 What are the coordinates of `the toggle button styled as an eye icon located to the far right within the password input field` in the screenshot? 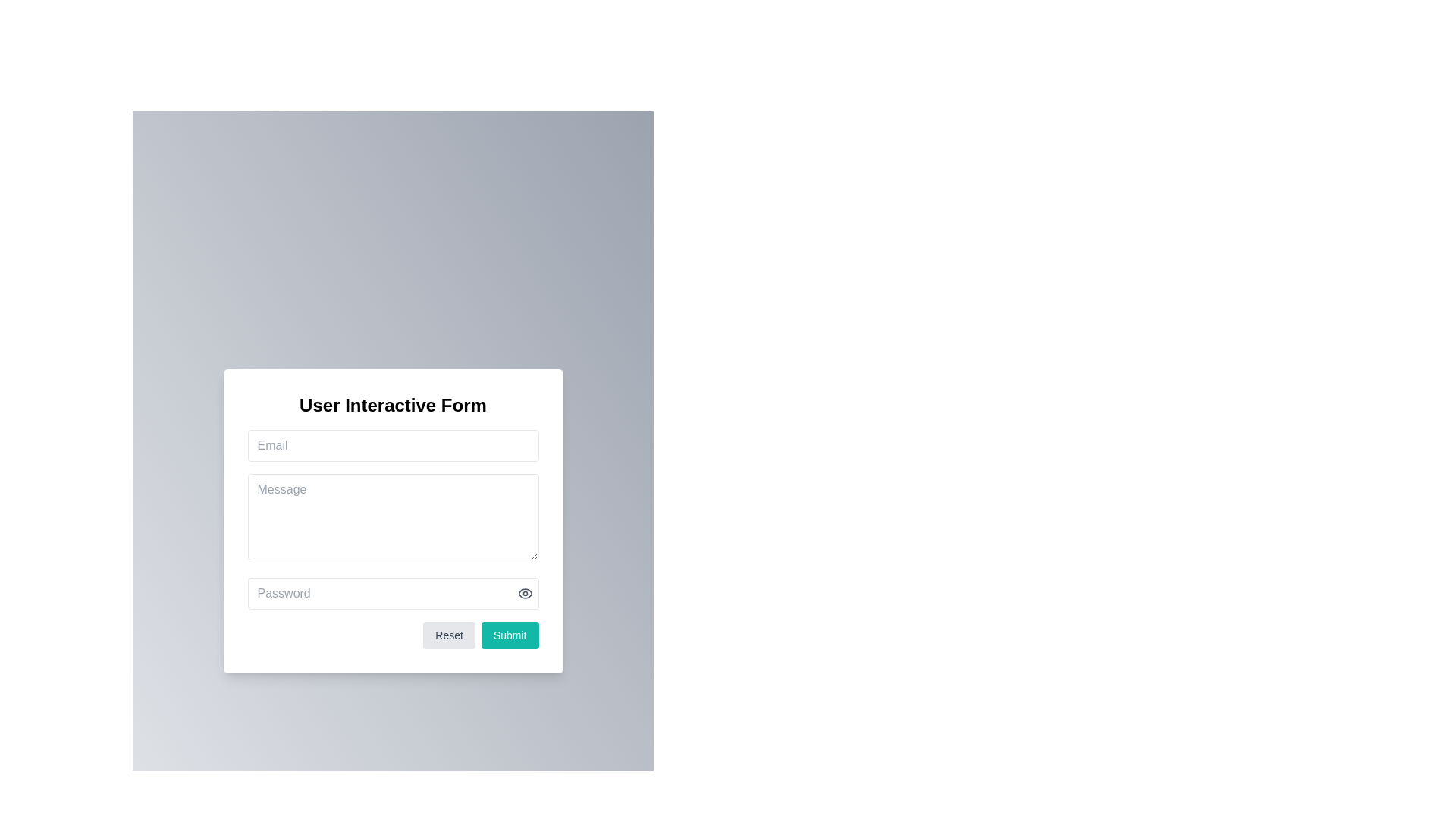 It's located at (525, 592).